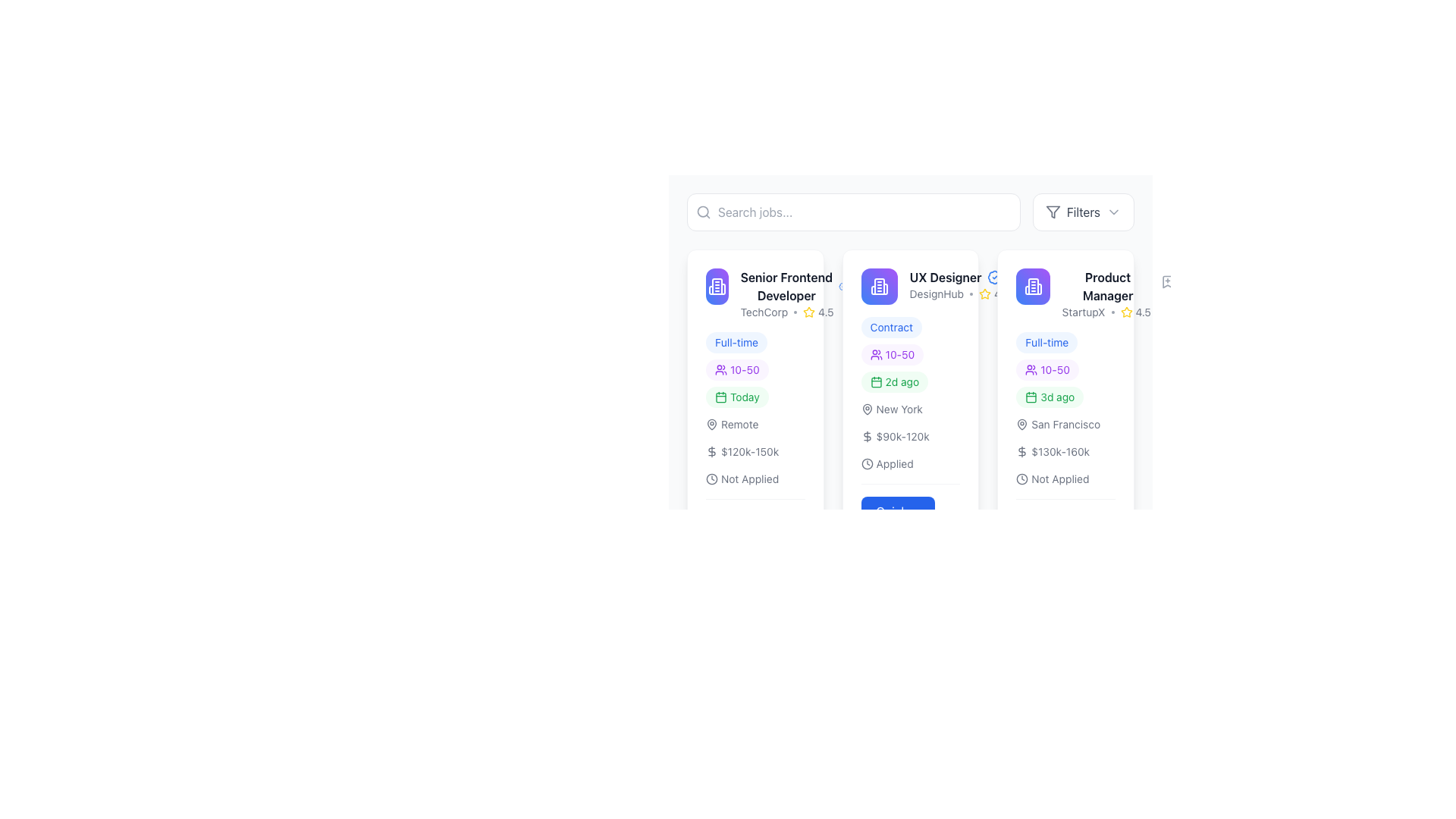  What do you see at coordinates (742, 451) in the screenshot?
I see `the static text displaying the salary range '$120k-150k', which is located below the 'Remote' text and above the 'Not Applied' text within the first job listing card` at bounding box center [742, 451].